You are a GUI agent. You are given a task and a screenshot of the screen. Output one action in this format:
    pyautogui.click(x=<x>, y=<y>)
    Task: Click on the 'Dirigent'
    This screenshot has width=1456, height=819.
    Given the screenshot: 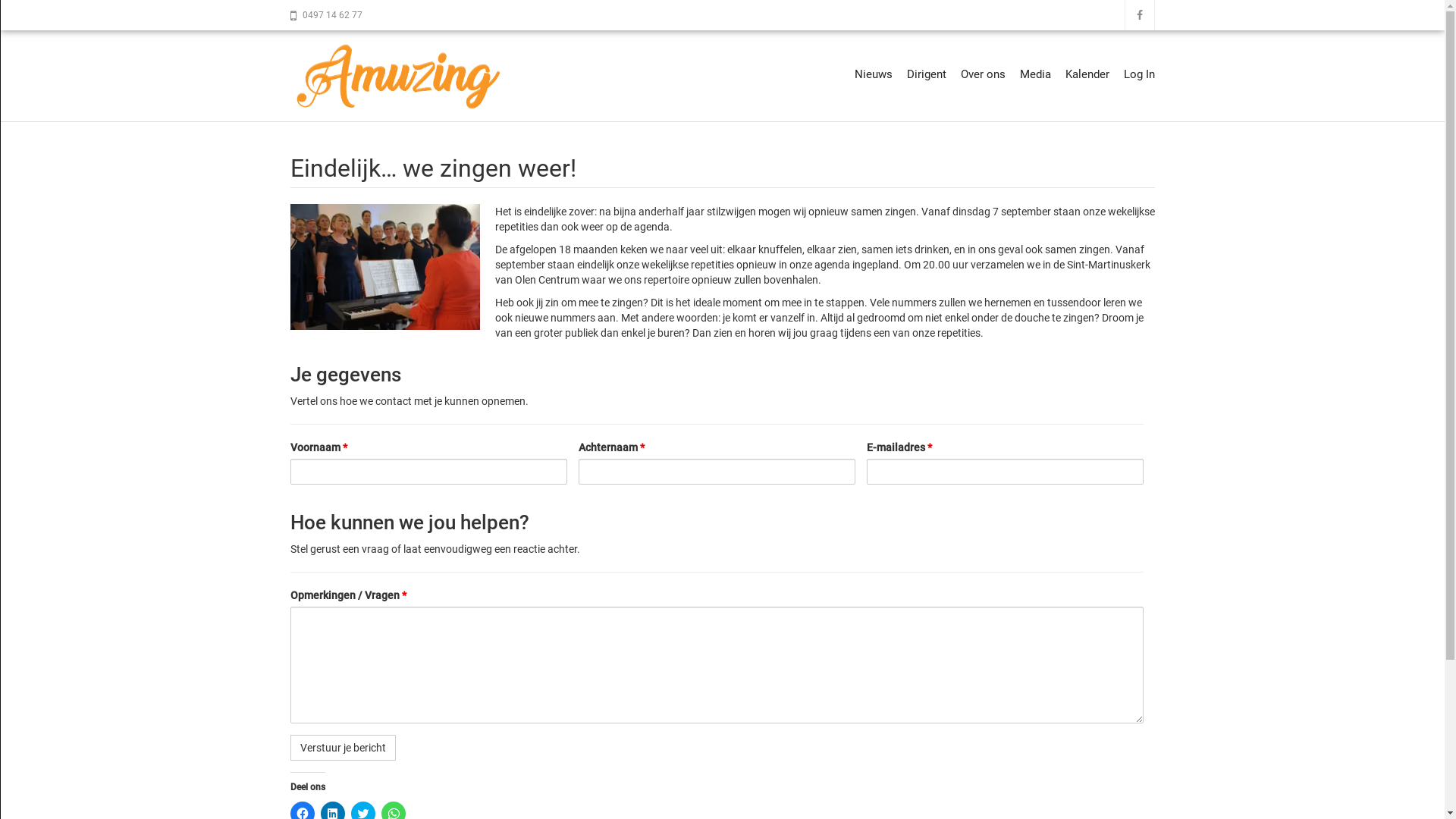 What is the action you would take?
    pyautogui.click(x=926, y=74)
    